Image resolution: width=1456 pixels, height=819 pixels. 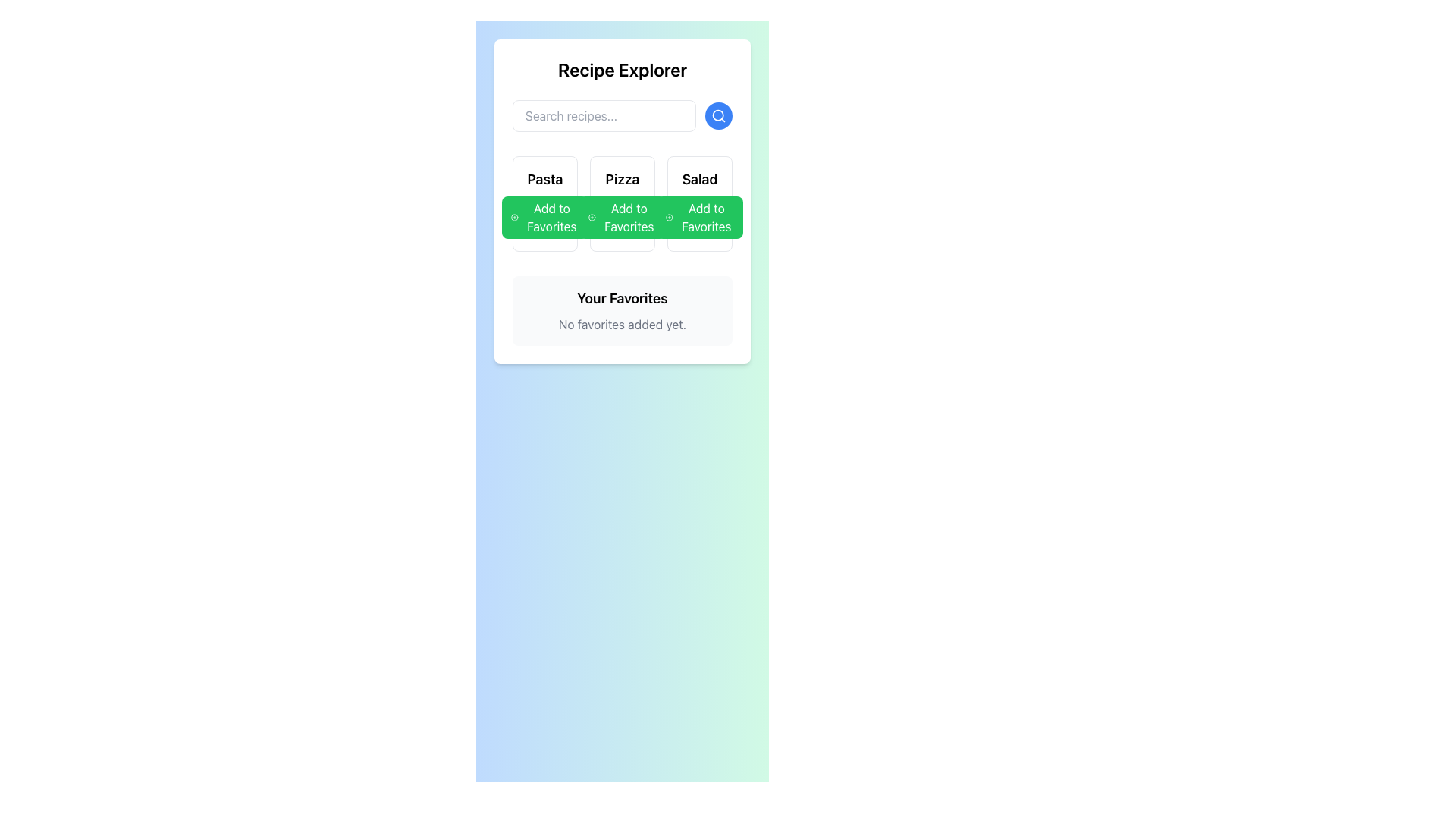 I want to click on the static text displaying 'No favorites added yet.' which is styled in muted gray, located beneath the heading 'Your Favorites', so click(x=622, y=324).